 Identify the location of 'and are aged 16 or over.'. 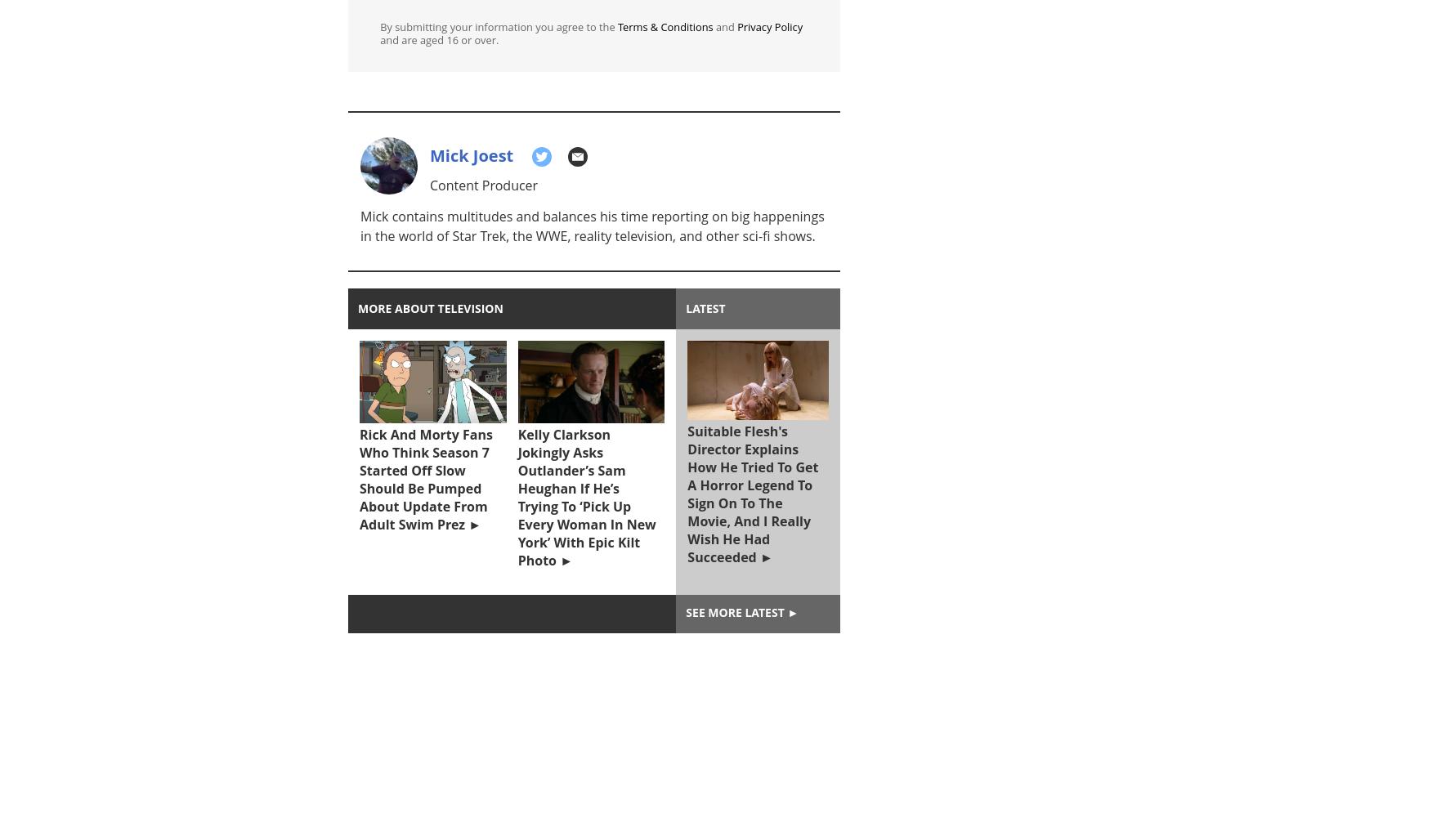
(438, 40).